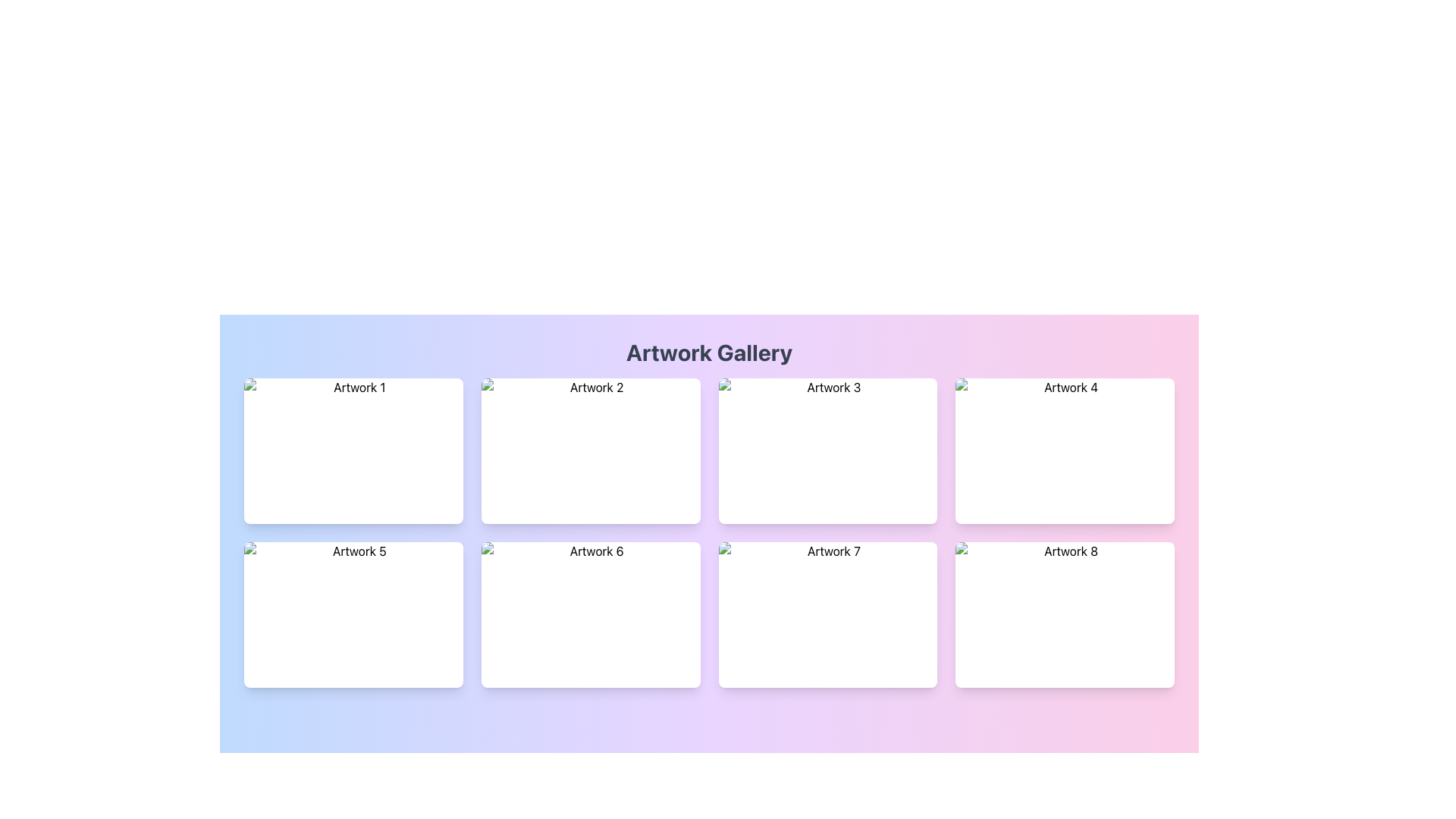 This screenshot has height=819, width=1456. What do you see at coordinates (353, 450) in the screenshot?
I see `the Card component labeled 'Artwork 1', which is the first card in the grid layout` at bounding box center [353, 450].